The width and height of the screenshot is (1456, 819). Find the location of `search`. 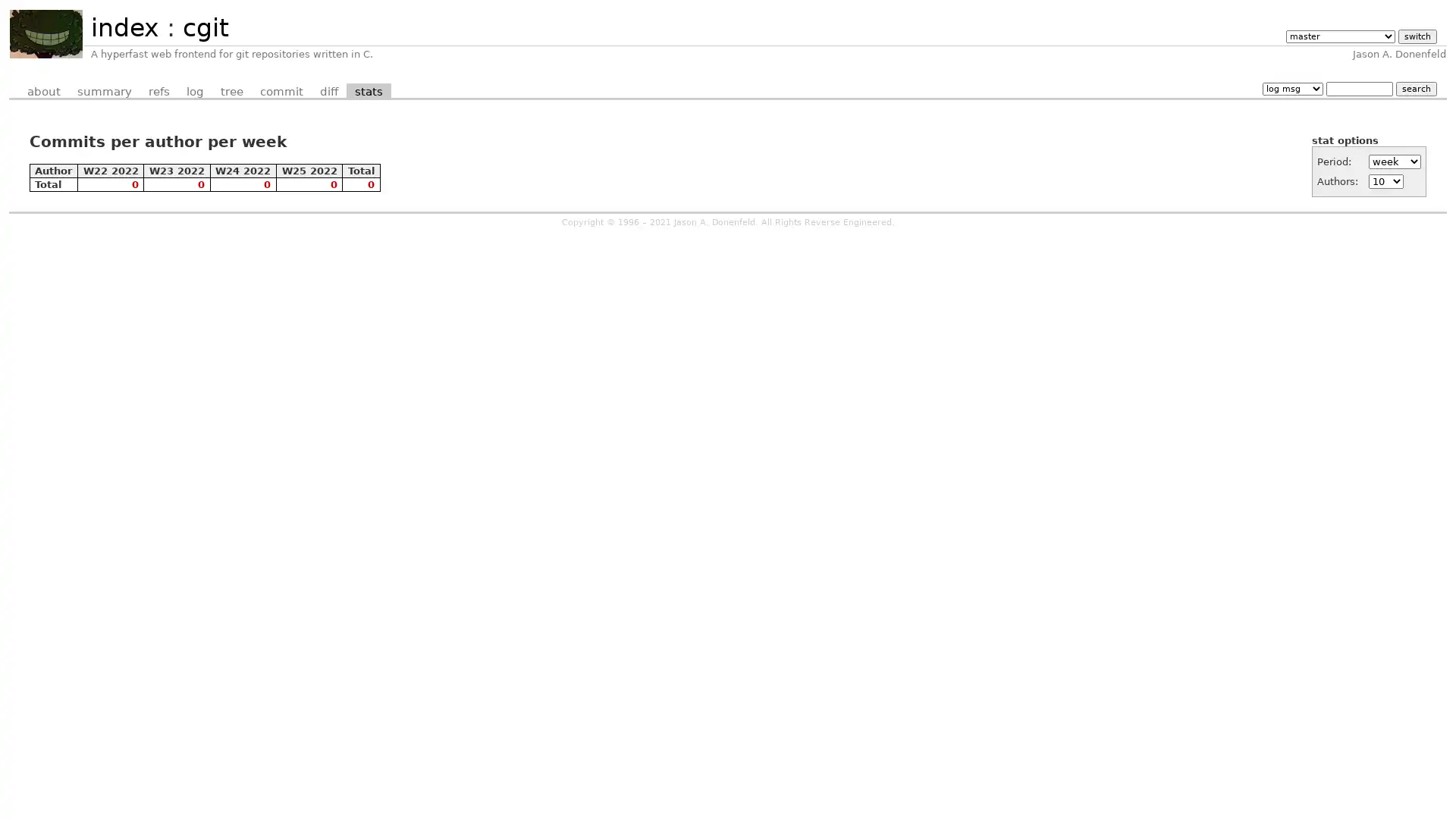

search is located at coordinates (1415, 88).